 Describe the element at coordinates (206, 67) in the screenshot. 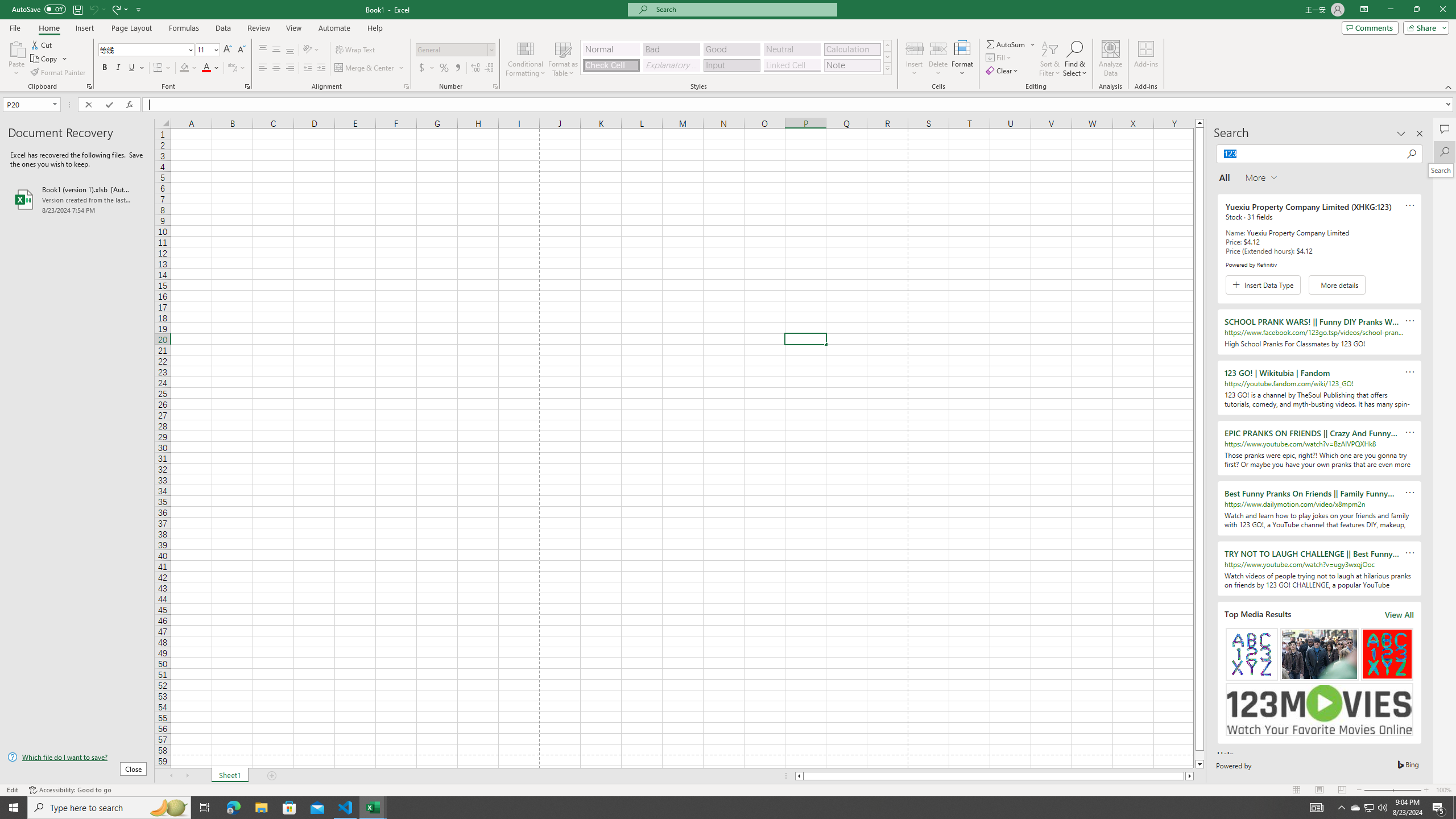

I see `'Font Color RGB(255, 0, 0)'` at that location.